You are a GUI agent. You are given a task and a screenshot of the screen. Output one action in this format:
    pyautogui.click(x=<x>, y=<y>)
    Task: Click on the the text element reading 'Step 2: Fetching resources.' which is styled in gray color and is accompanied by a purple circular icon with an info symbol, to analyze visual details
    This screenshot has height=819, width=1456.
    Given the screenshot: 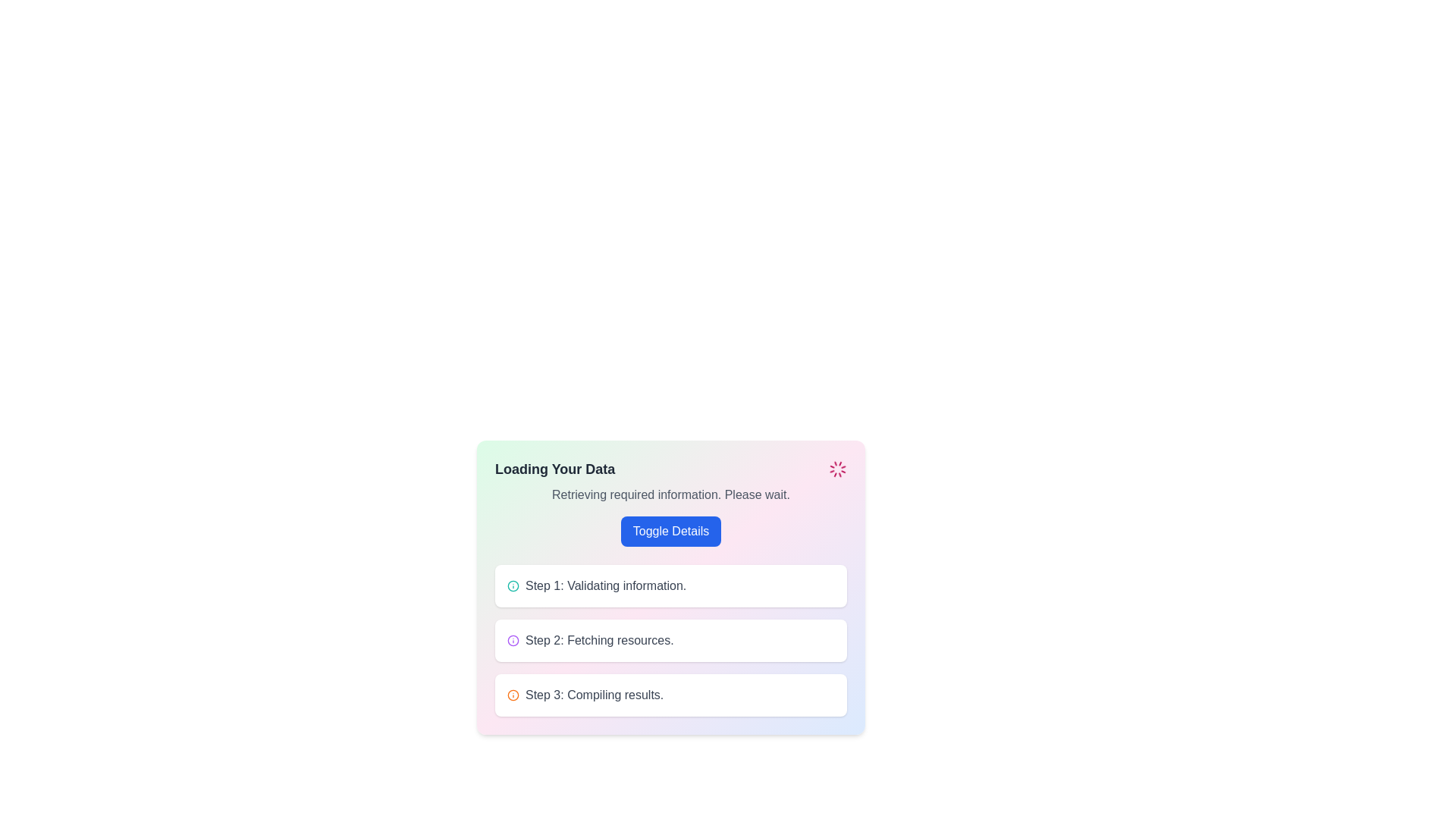 What is the action you would take?
    pyautogui.click(x=670, y=640)
    